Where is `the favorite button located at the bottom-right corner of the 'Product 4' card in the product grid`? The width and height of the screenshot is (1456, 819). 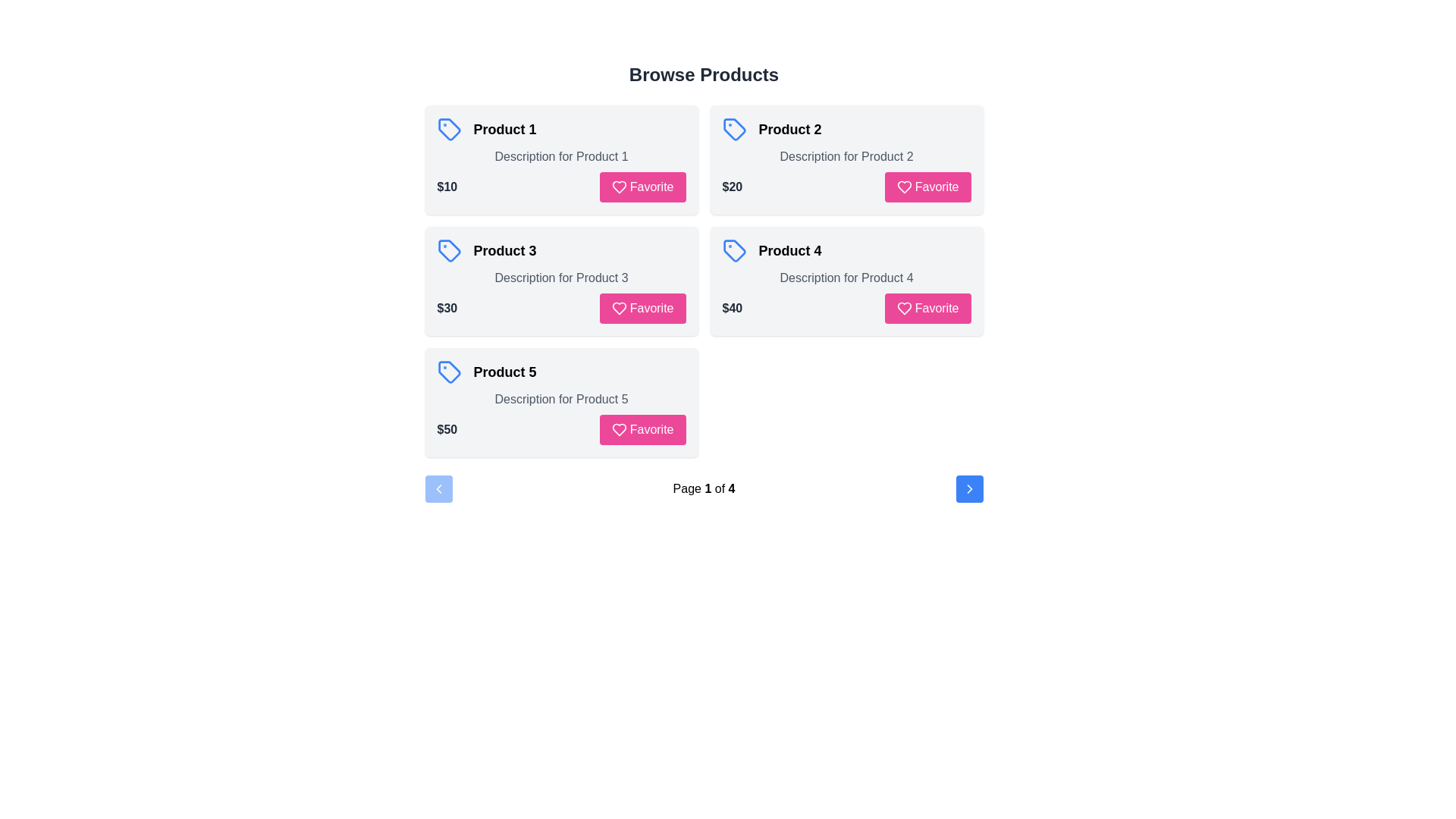
the favorite button located at the bottom-right corner of the 'Product 4' card in the product grid is located at coordinates (904, 308).